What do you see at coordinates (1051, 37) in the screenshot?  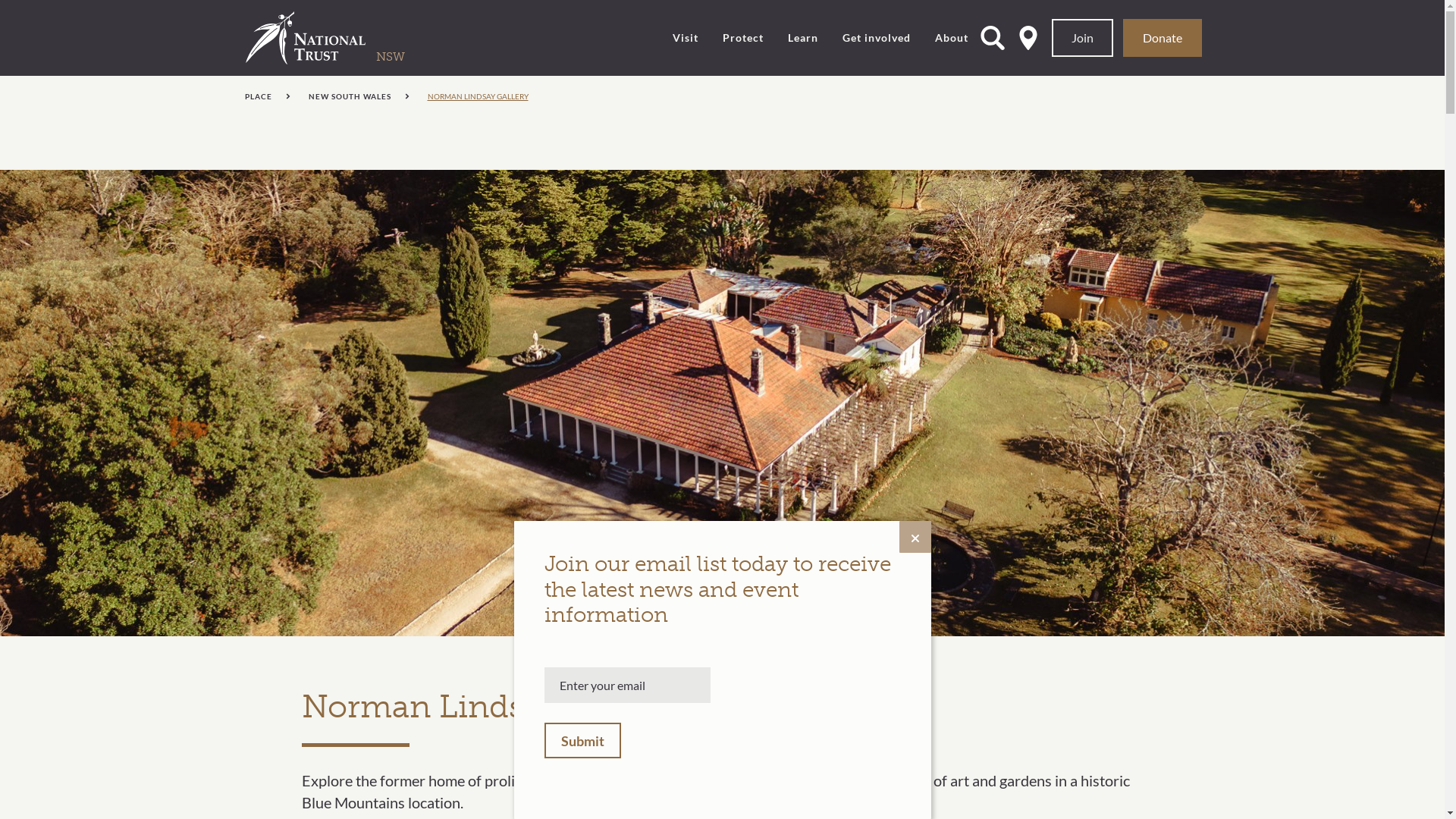 I see `'Join'` at bounding box center [1051, 37].